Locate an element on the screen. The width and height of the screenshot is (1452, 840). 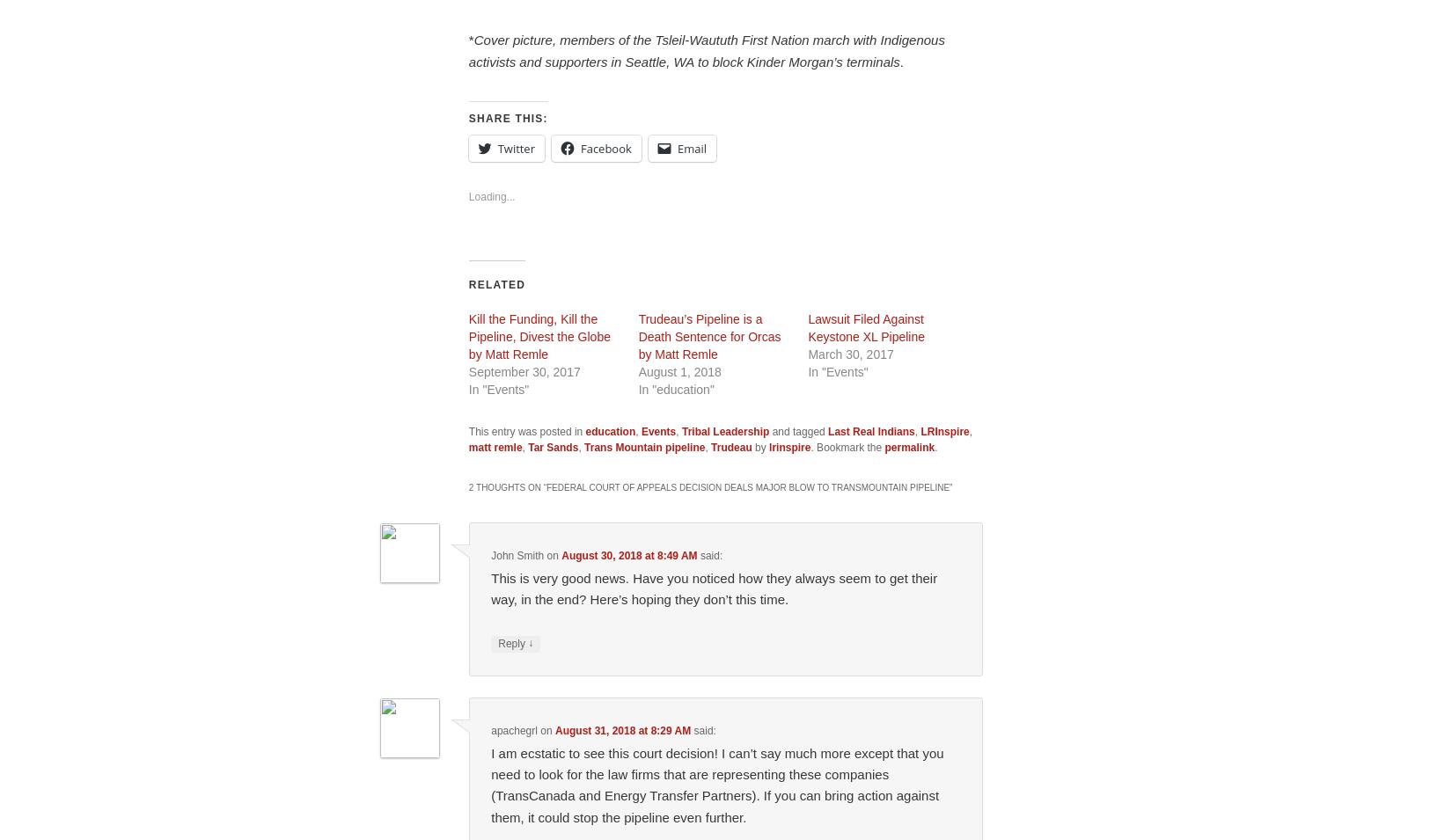
'*' is located at coordinates (469, 39).